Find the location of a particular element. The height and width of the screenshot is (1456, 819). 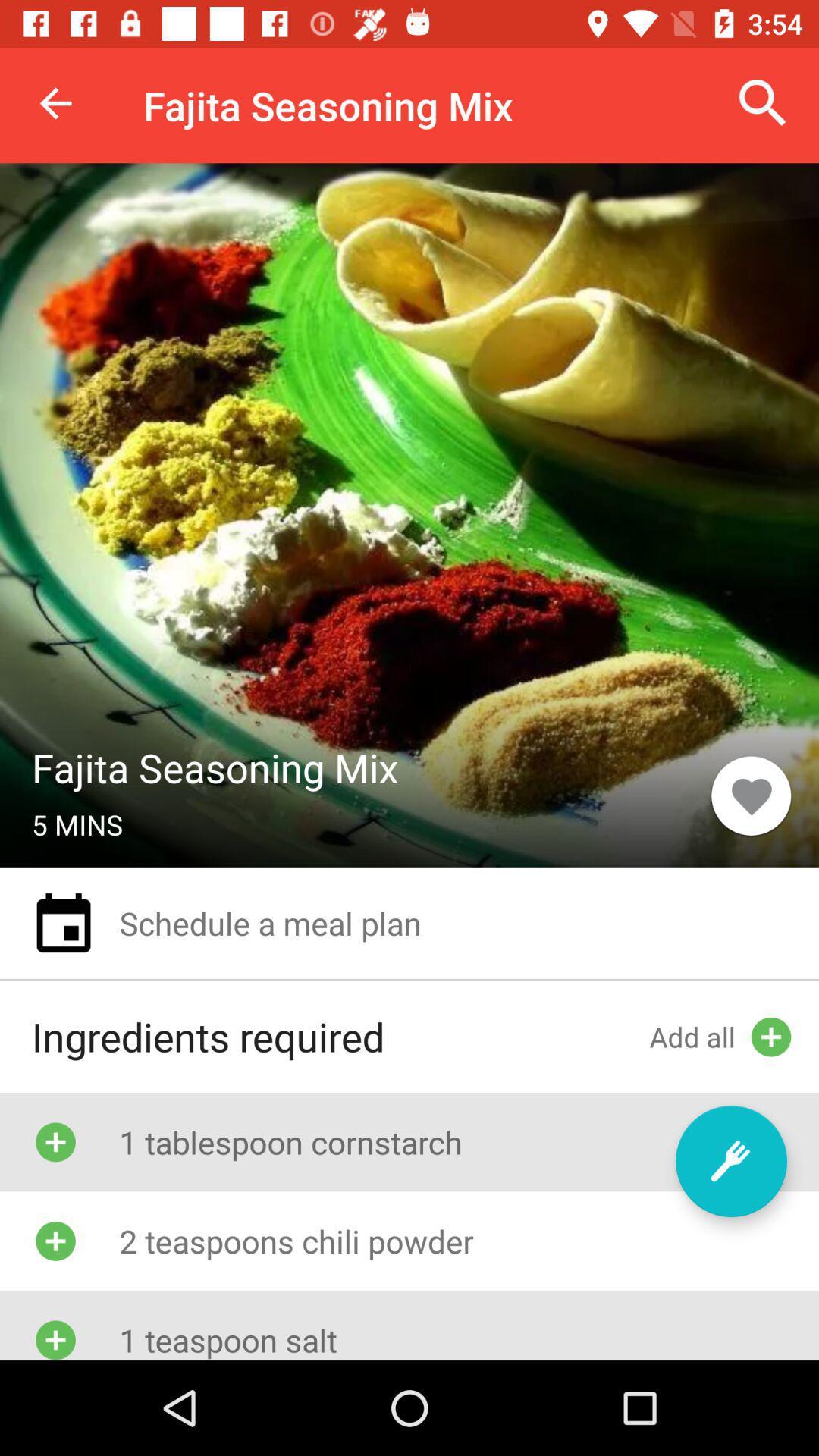

the edit icon is located at coordinates (730, 1160).